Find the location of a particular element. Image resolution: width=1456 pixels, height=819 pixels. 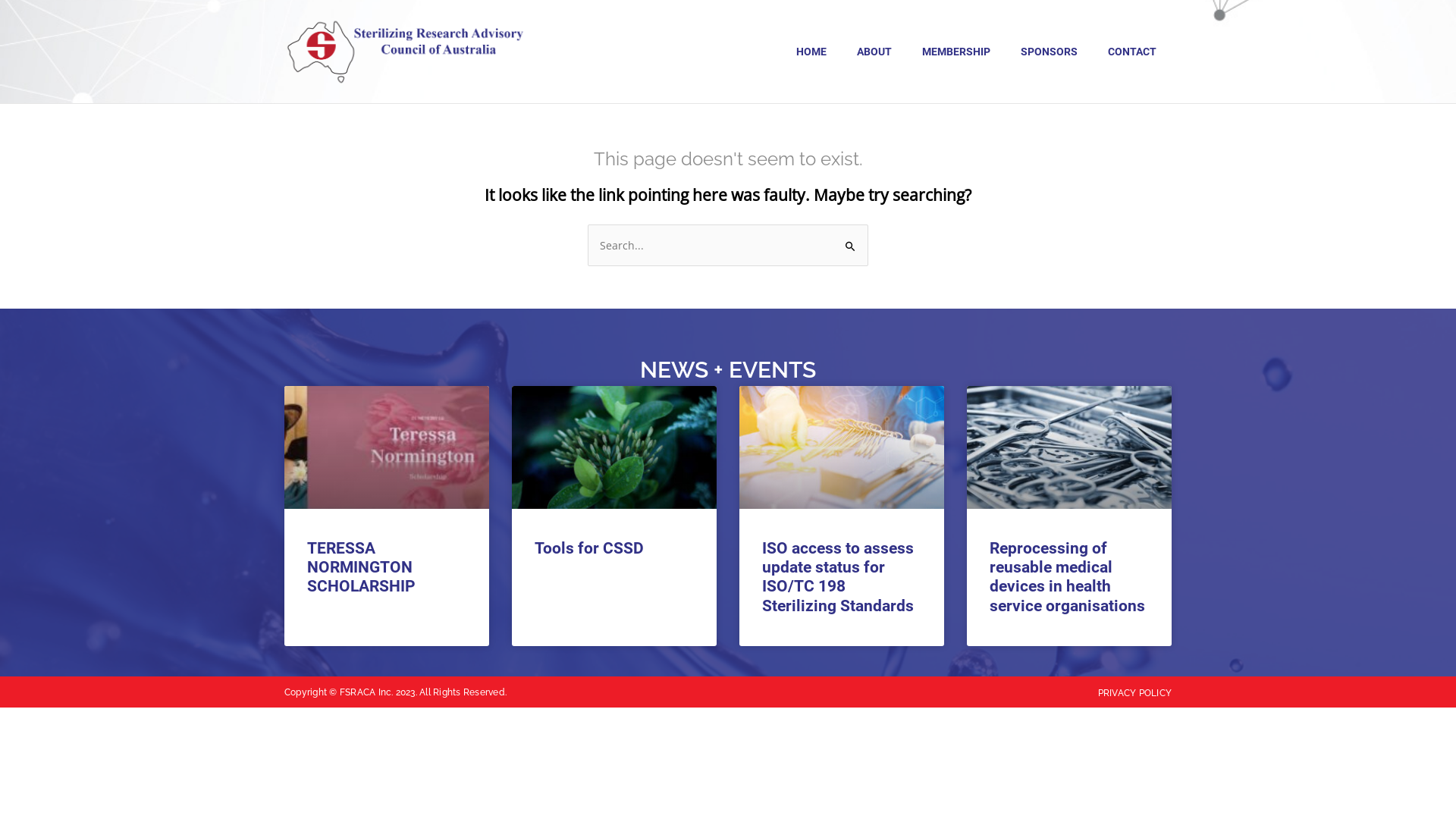

'TERESSA NORMINGTON SCHOLARSHIP' is located at coordinates (360, 567).